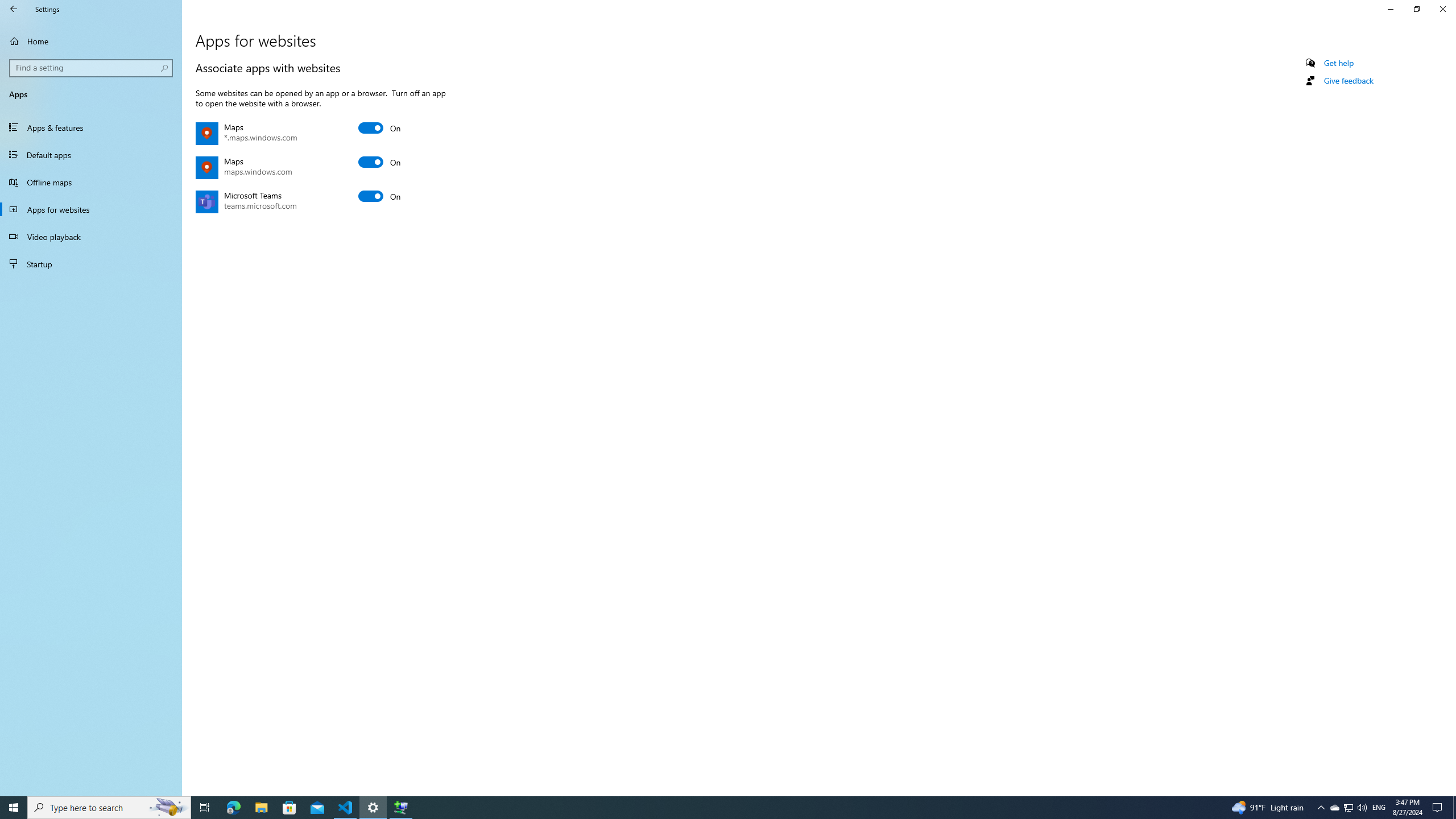 This screenshot has height=819, width=1456. Describe the element at coordinates (1338, 63) in the screenshot. I see `'Get help'` at that location.